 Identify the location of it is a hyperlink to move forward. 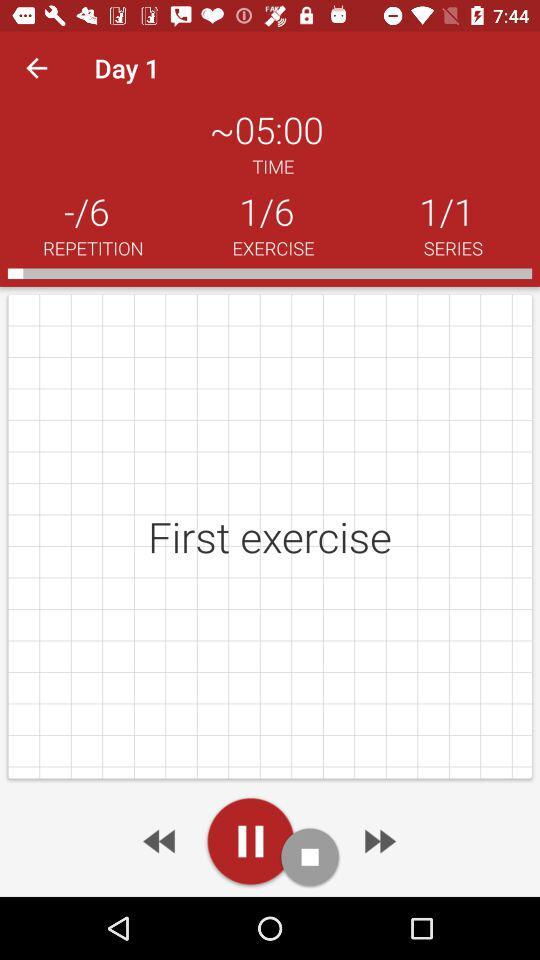
(378, 840).